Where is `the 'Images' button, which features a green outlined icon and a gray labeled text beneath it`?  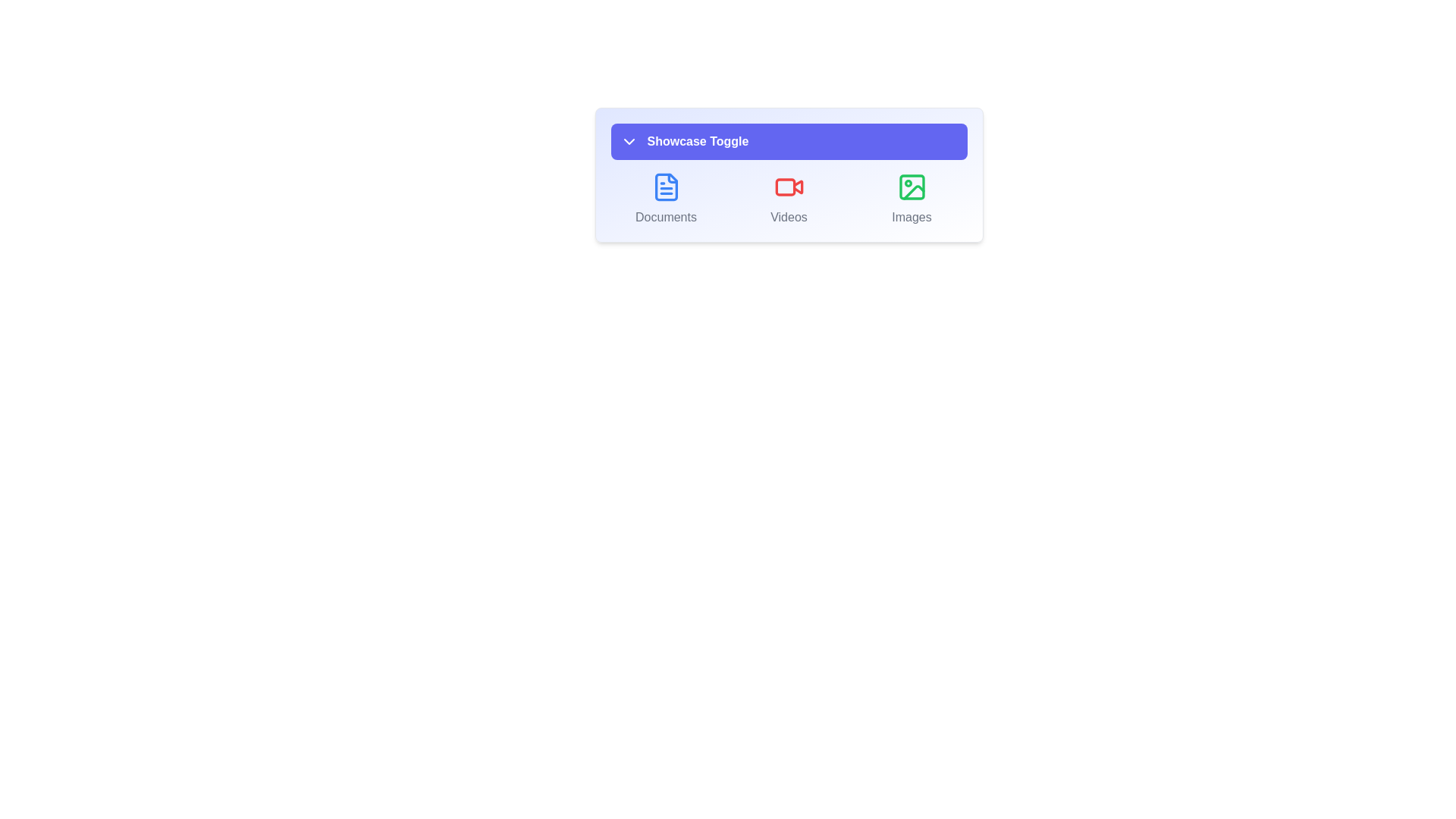
the 'Images' button, which features a green outlined icon and a gray labeled text beneath it is located at coordinates (911, 198).